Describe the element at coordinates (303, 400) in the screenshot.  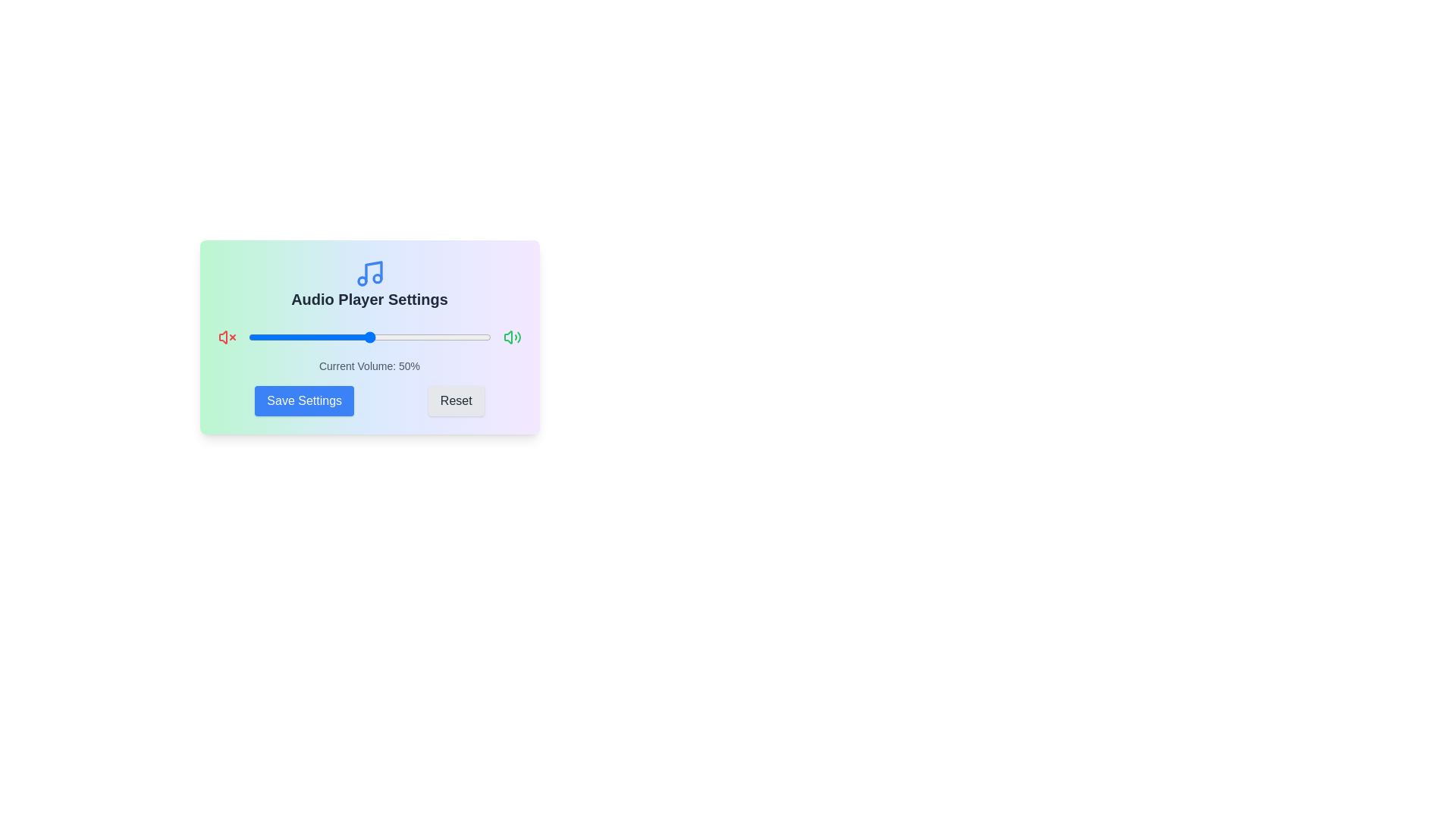
I see `the 'Save' button located at the bottom-left corner of the modal` at that location.